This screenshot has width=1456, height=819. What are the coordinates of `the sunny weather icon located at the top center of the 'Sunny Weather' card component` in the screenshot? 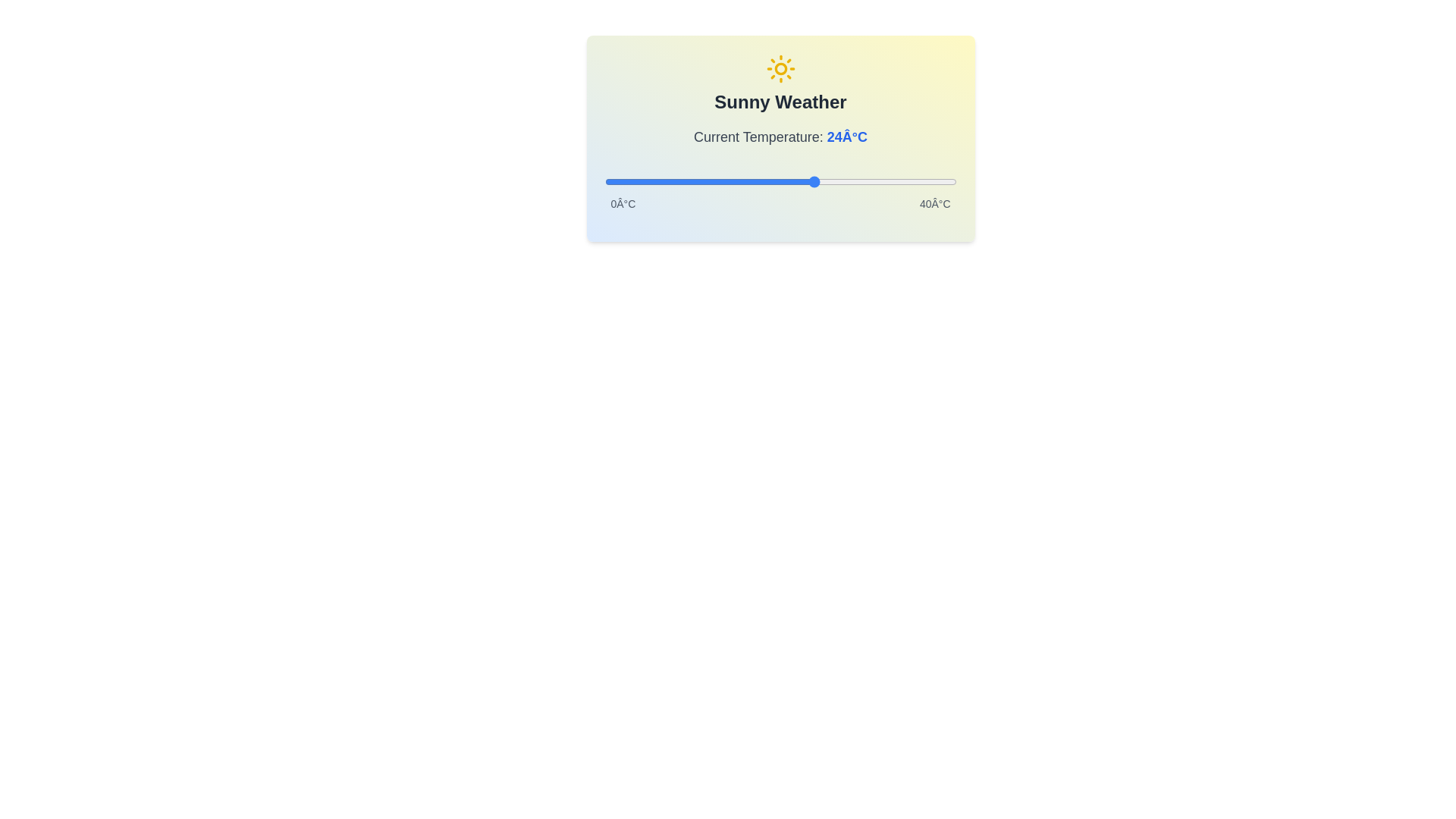 It's located at (780, 69).